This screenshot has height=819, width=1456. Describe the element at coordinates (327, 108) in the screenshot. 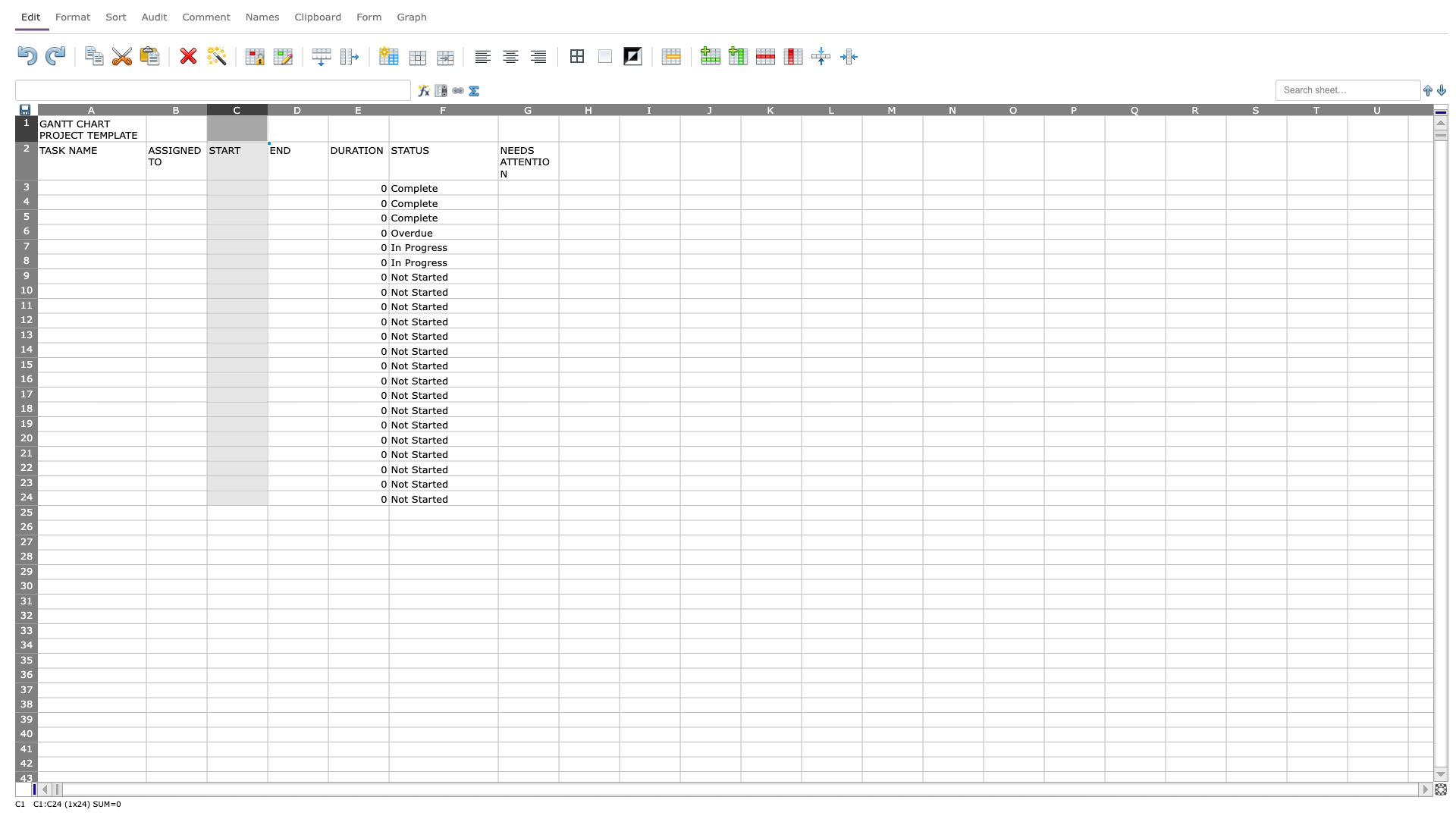

I see `the right edge of column D to resize` at that location.